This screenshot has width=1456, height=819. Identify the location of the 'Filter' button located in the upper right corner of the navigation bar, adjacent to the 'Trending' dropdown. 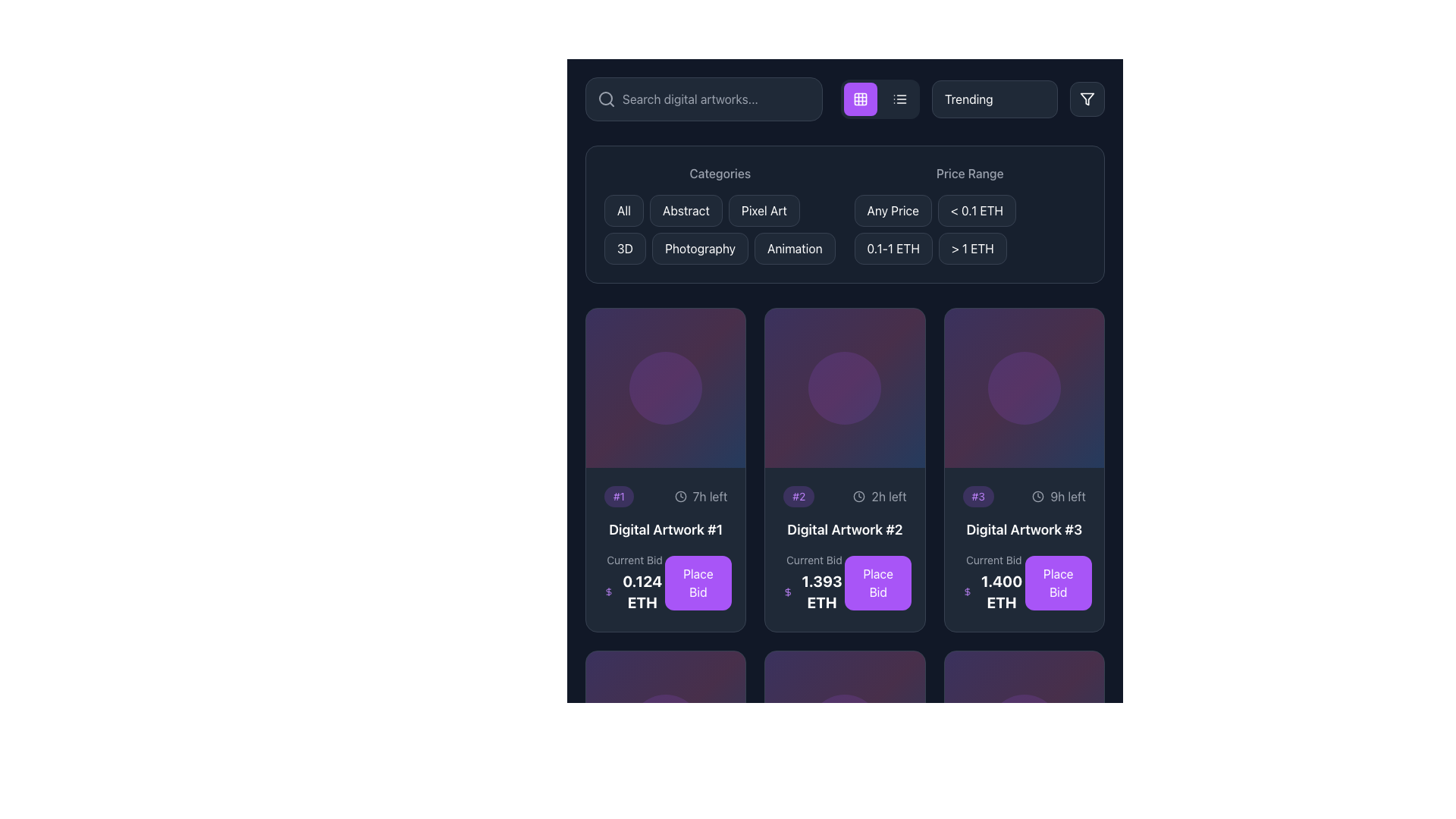
(1087, 99).